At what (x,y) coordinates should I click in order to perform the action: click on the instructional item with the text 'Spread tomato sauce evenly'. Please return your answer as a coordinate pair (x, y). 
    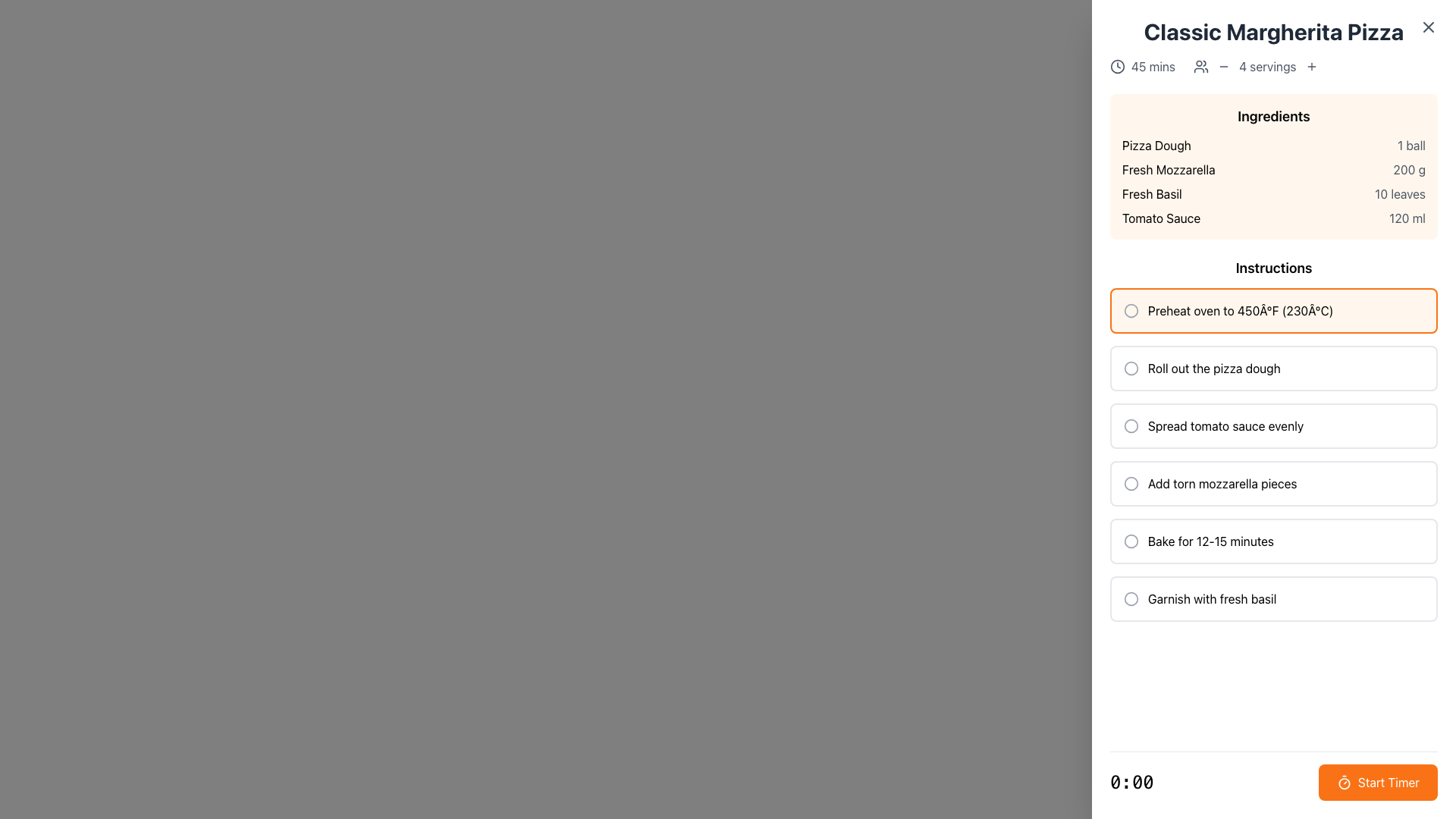
    Looking at the image, I should click on (1274, 426).